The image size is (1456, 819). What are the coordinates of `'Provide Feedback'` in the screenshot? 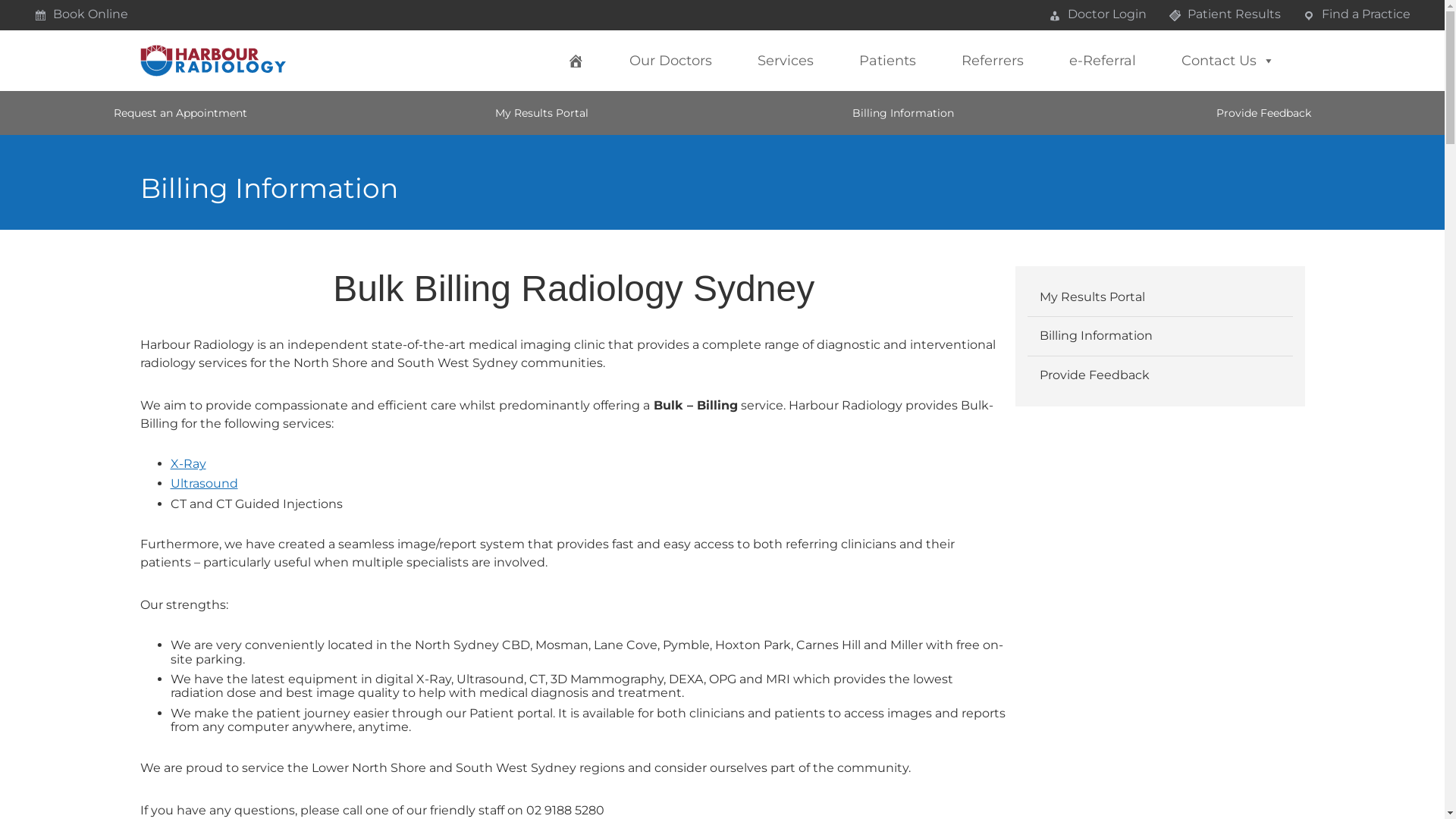 It's located at (1263, 112).